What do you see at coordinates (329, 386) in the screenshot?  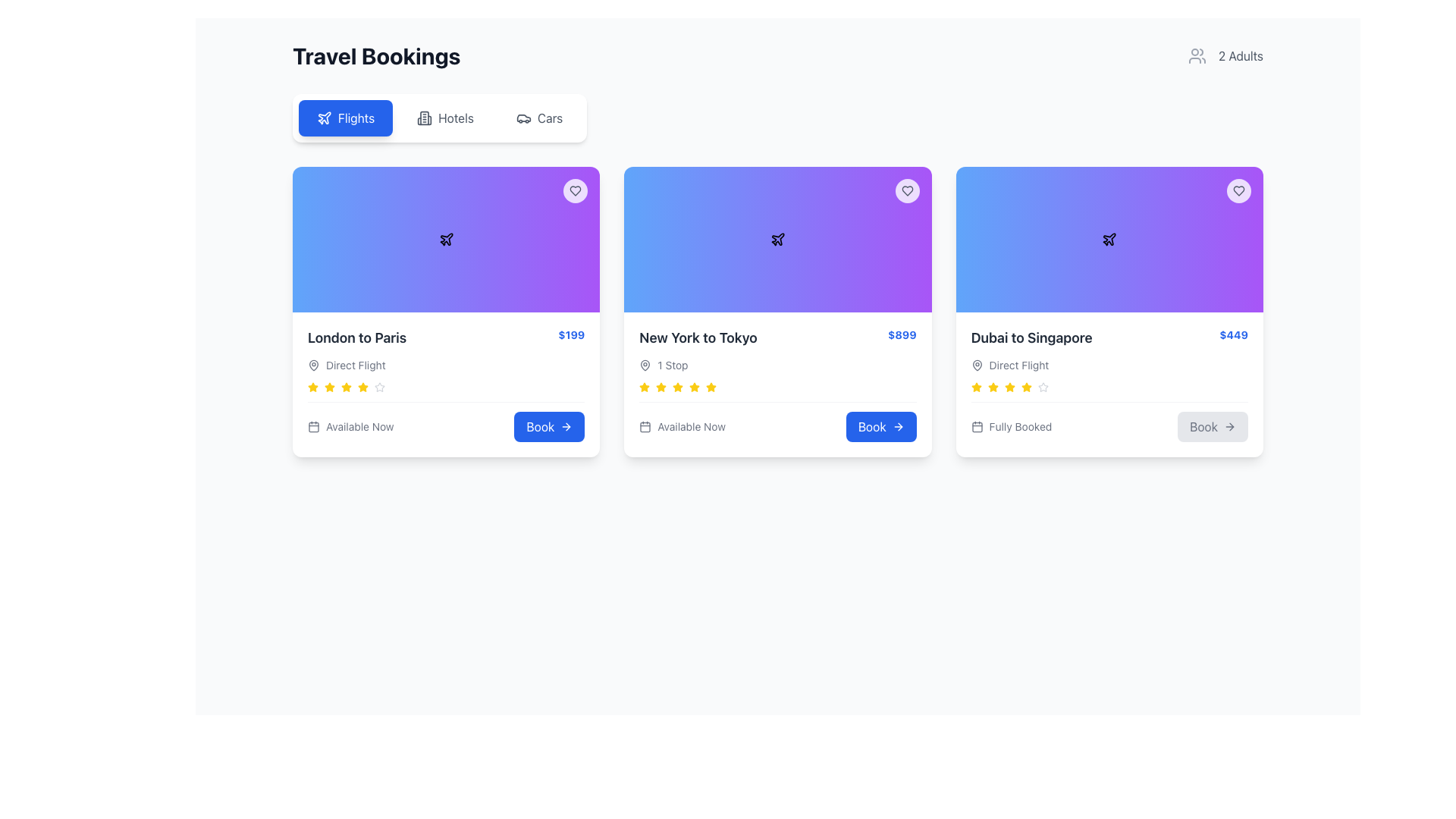 I see `the third star icon in the 5-star rating row of the 'London to Paris' travel card` at bounding box center [329, 386].